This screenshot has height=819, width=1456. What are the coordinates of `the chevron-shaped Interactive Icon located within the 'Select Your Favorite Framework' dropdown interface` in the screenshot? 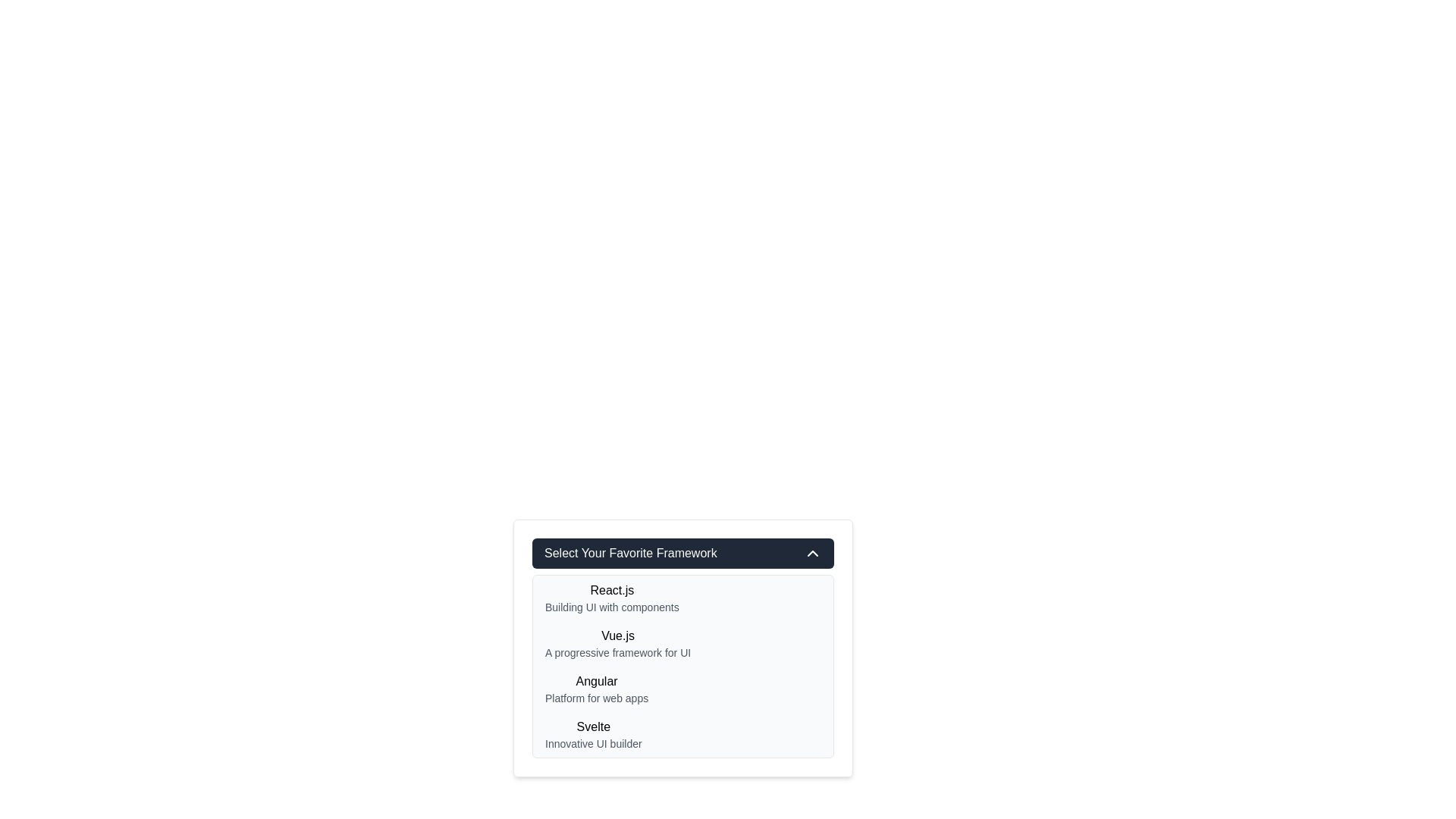 It's located at (811, 553).